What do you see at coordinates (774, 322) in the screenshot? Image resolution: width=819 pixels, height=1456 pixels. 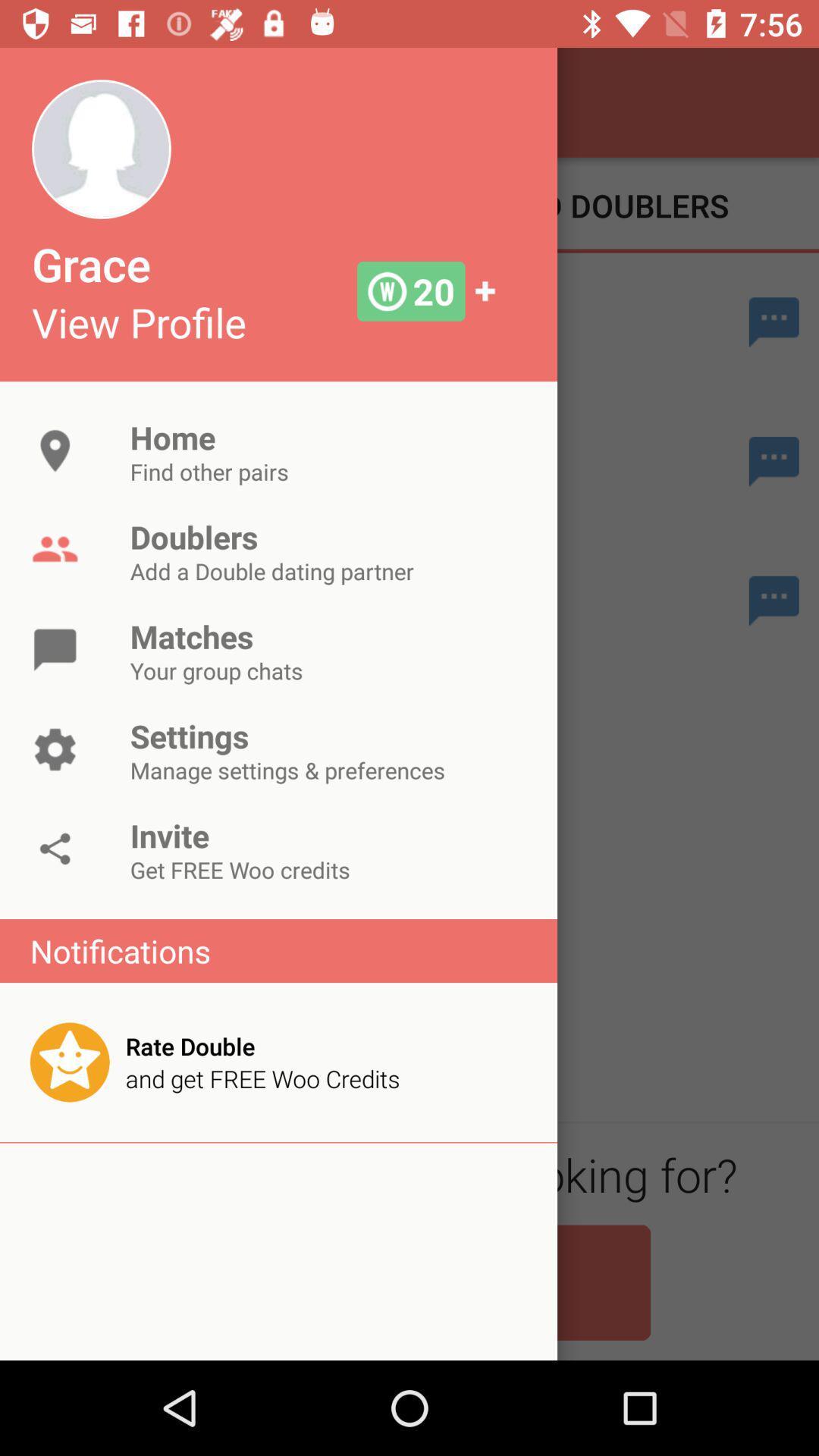 I see `the 1st message icon which is right side of the page` at bounding box center [774, 322].